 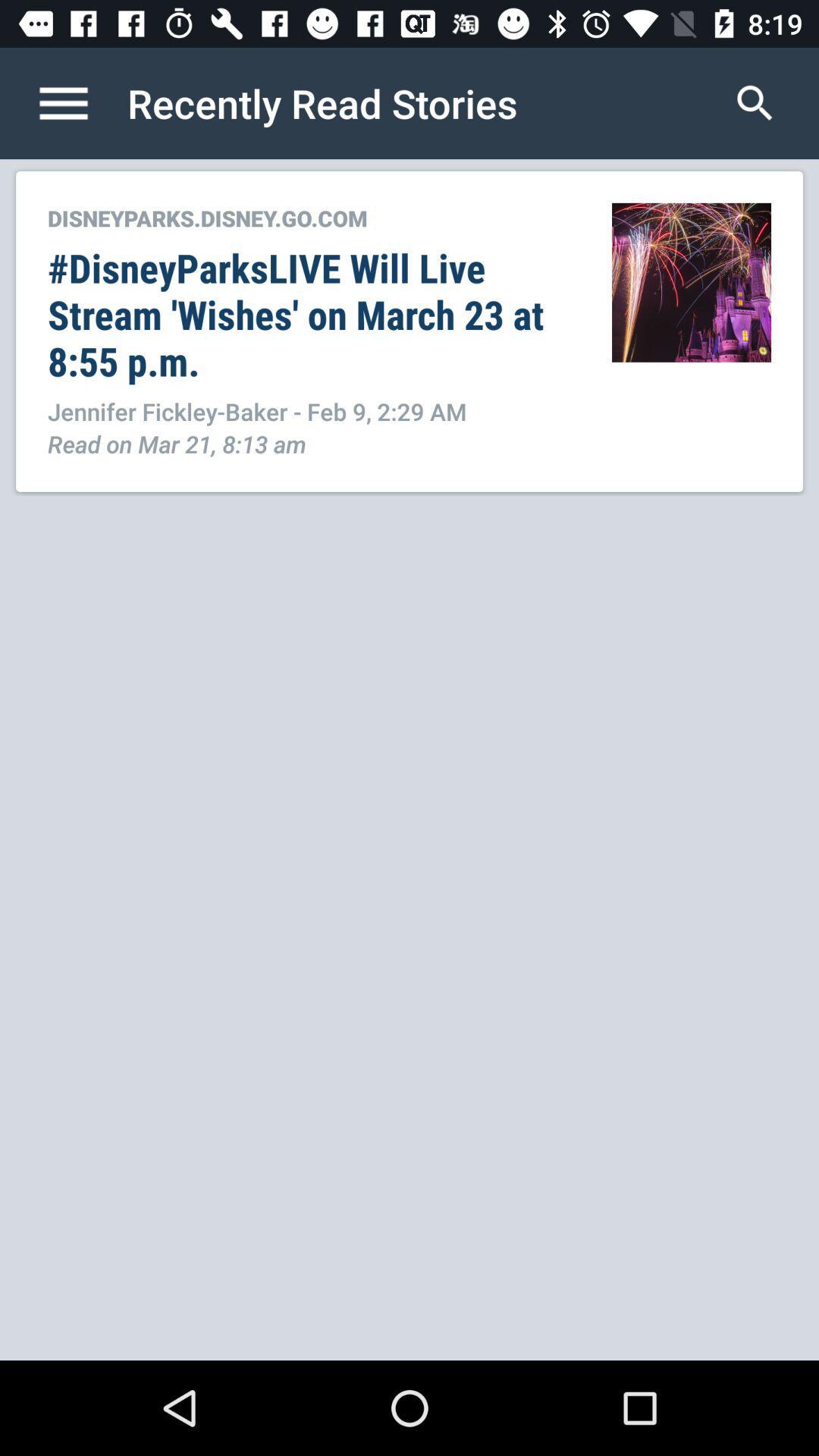 What do you see at coordinates (755, 102) in the screenshot?
I see `the item to the right of recently read stories item` at bounding box center [755, 102].